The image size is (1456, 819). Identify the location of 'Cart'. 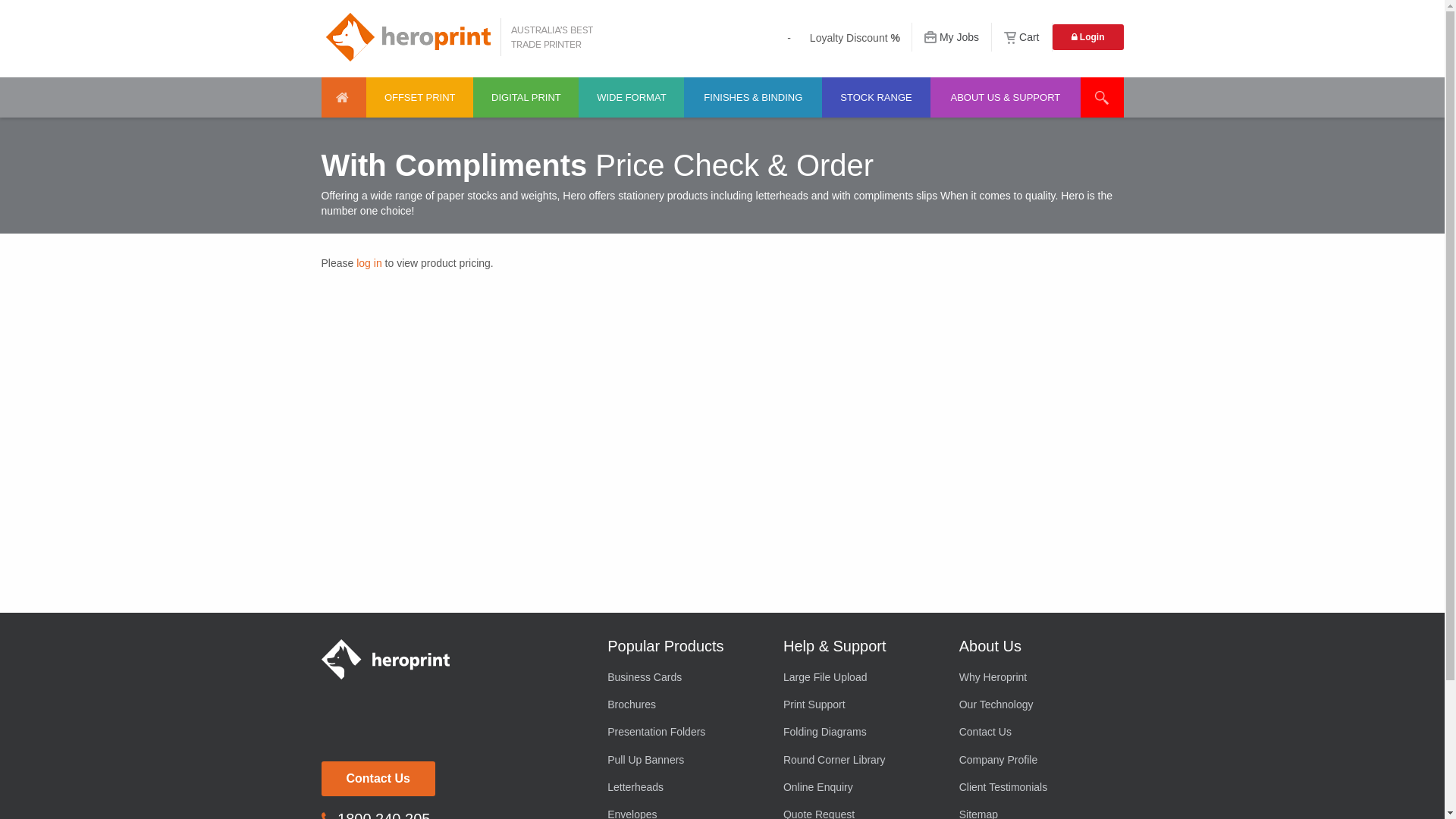
(1021, 36).